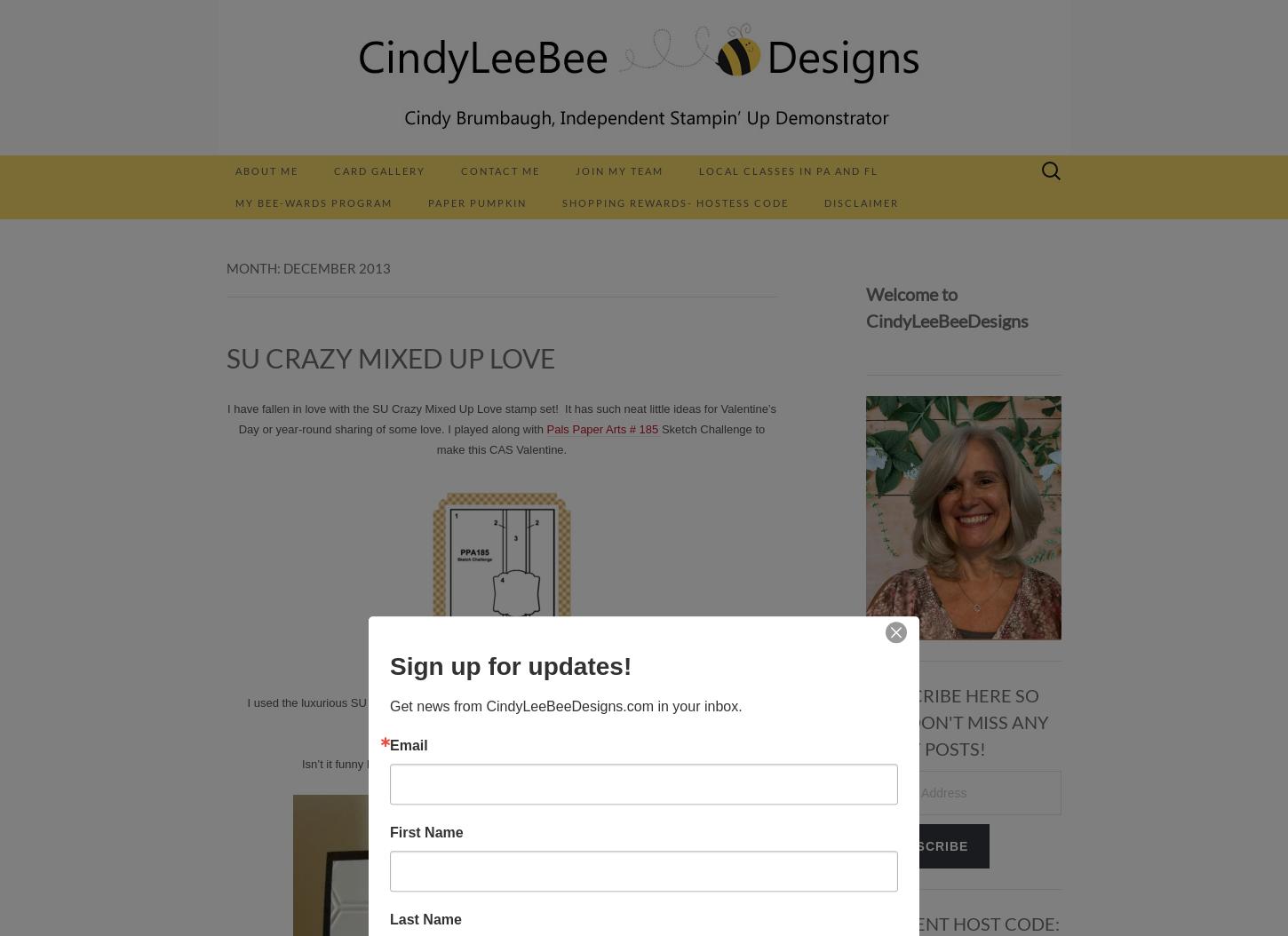  Describe the element at coordinates (599, 438) in the screenshot. I see `'Sketch Challenge to make this CAS Valentine.'` at that location.